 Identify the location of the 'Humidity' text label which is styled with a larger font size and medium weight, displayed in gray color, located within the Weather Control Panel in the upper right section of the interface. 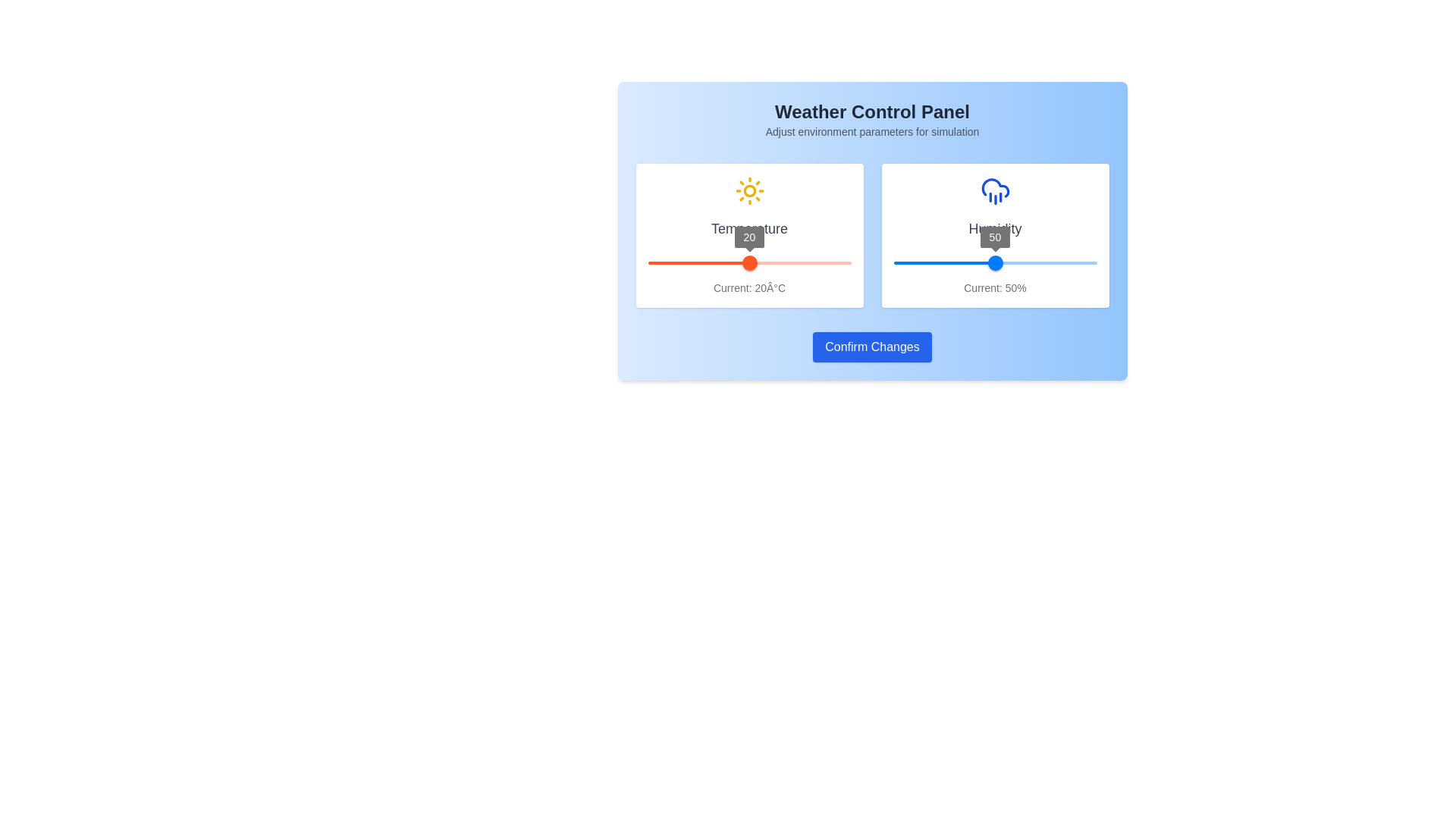
(995, 228).